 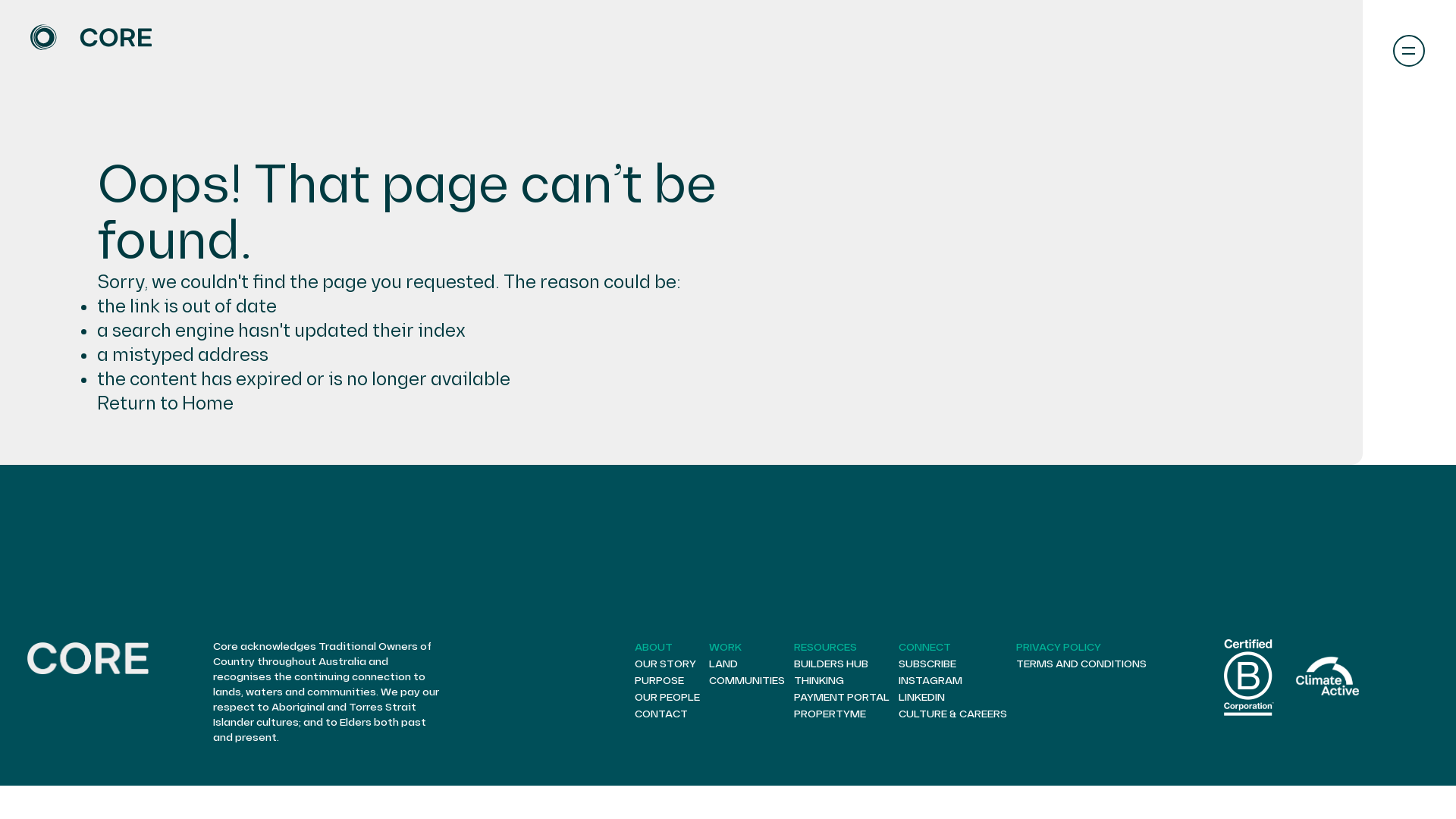 I want to click on 'BUILDERS HUB', so click(x=830, y=663).